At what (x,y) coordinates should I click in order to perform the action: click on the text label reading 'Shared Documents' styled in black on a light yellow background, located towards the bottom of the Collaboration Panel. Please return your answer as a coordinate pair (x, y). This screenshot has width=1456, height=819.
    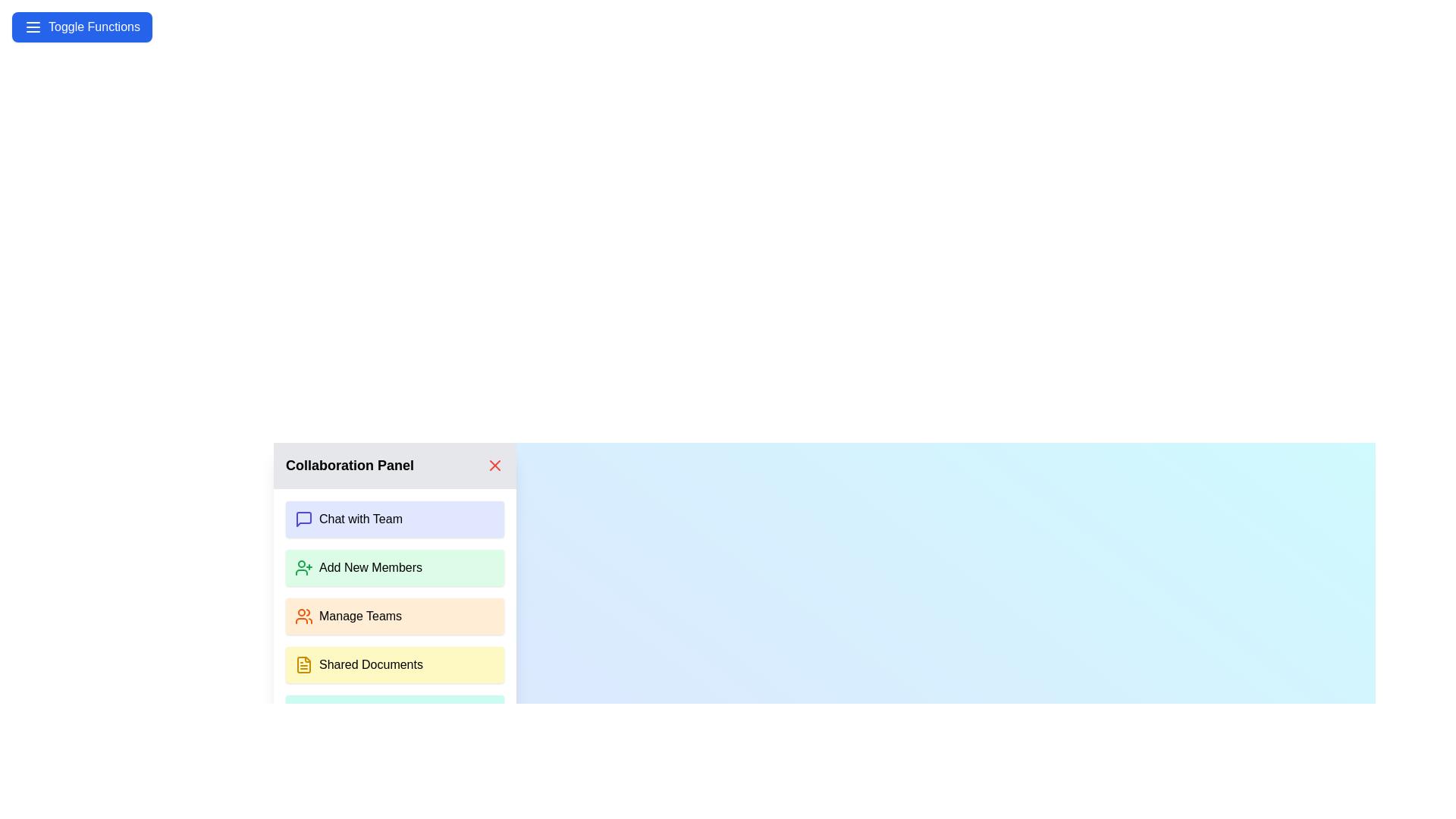
    Looking at the image, I should click on (371, 664).